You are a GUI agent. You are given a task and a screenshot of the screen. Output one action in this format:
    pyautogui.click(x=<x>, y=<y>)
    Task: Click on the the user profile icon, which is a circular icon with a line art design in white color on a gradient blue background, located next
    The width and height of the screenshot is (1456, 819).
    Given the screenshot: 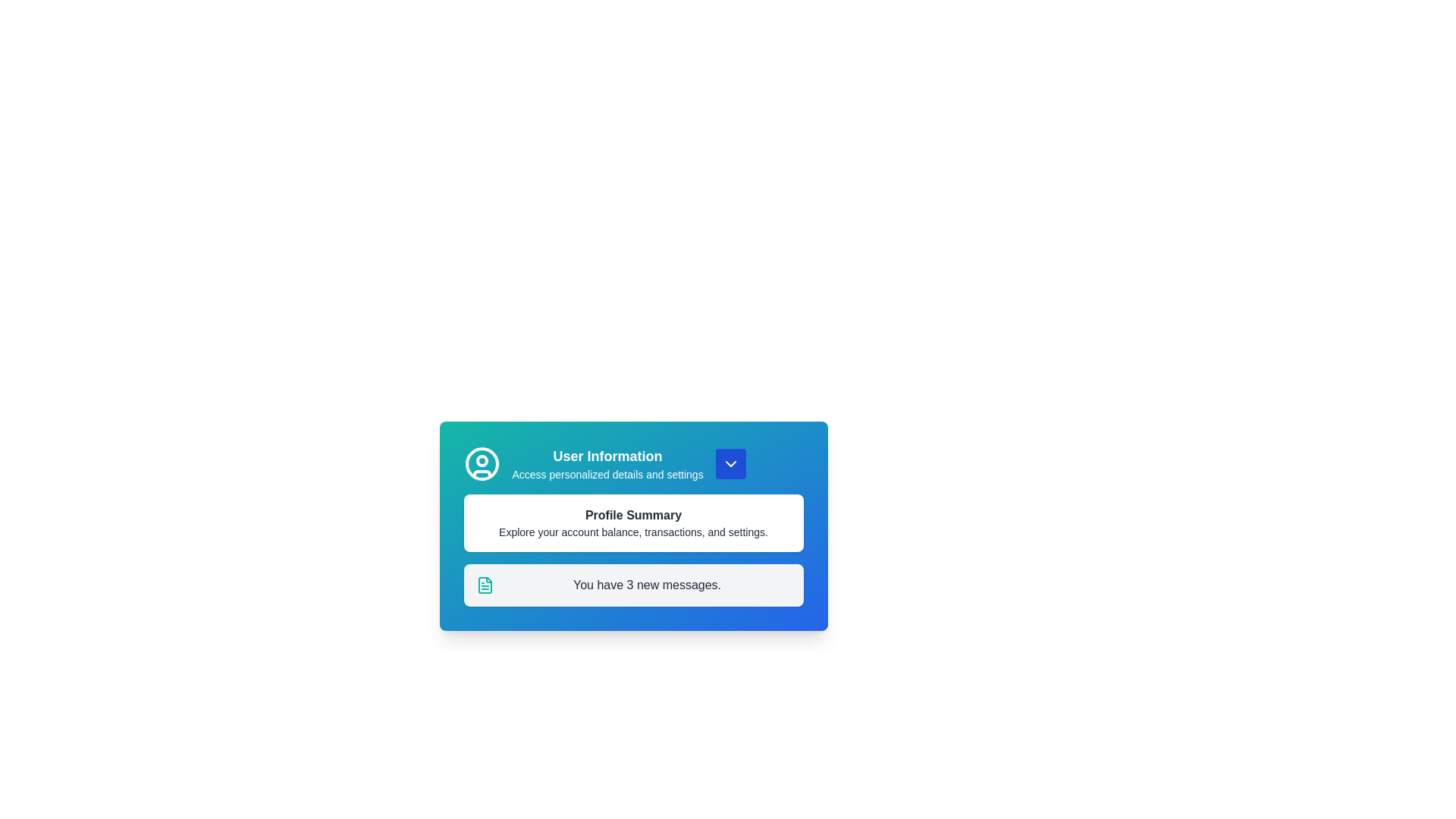 What is the action you would take?
    pyautogui.click(x=481, y=463)
    